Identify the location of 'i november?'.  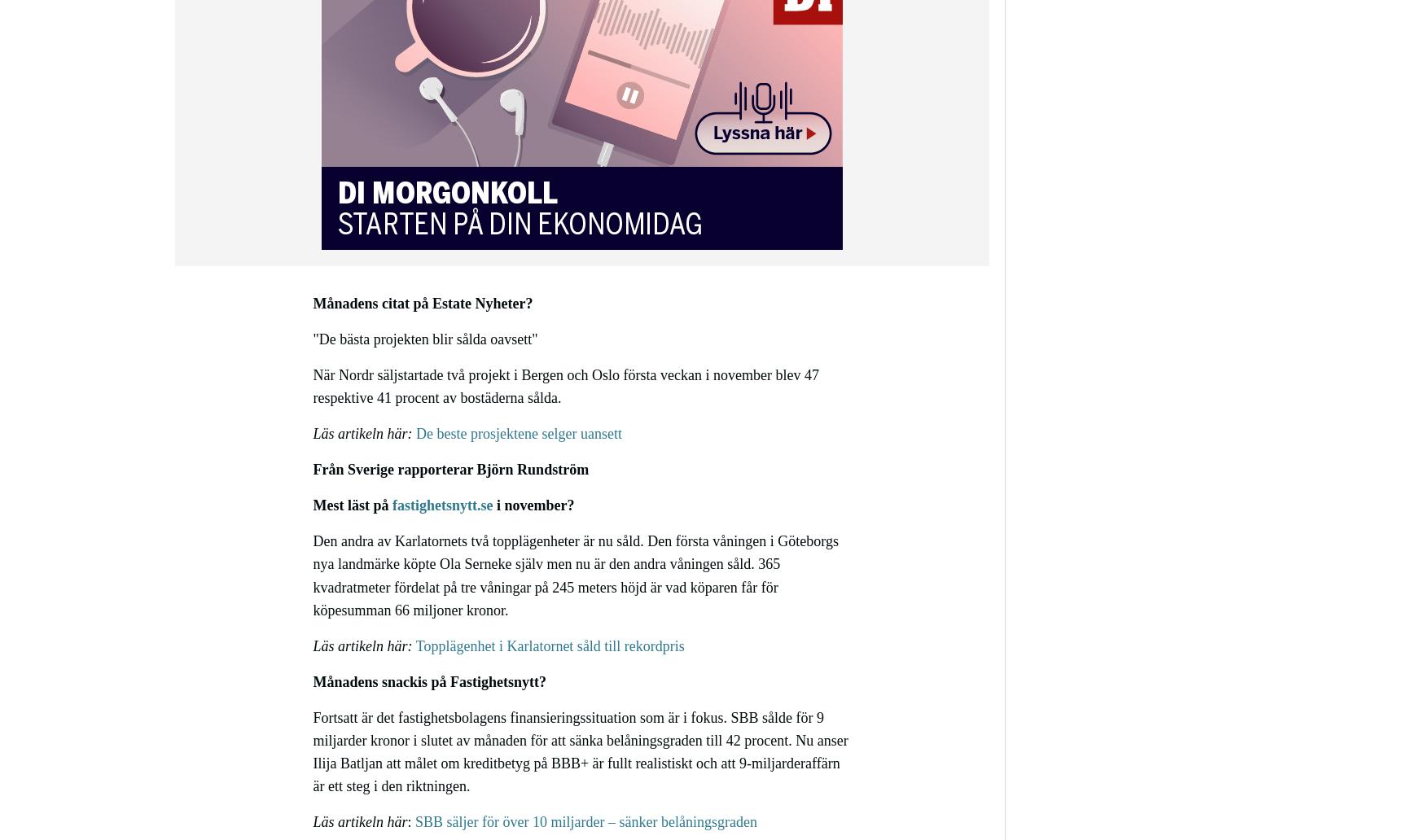
(533, 505).